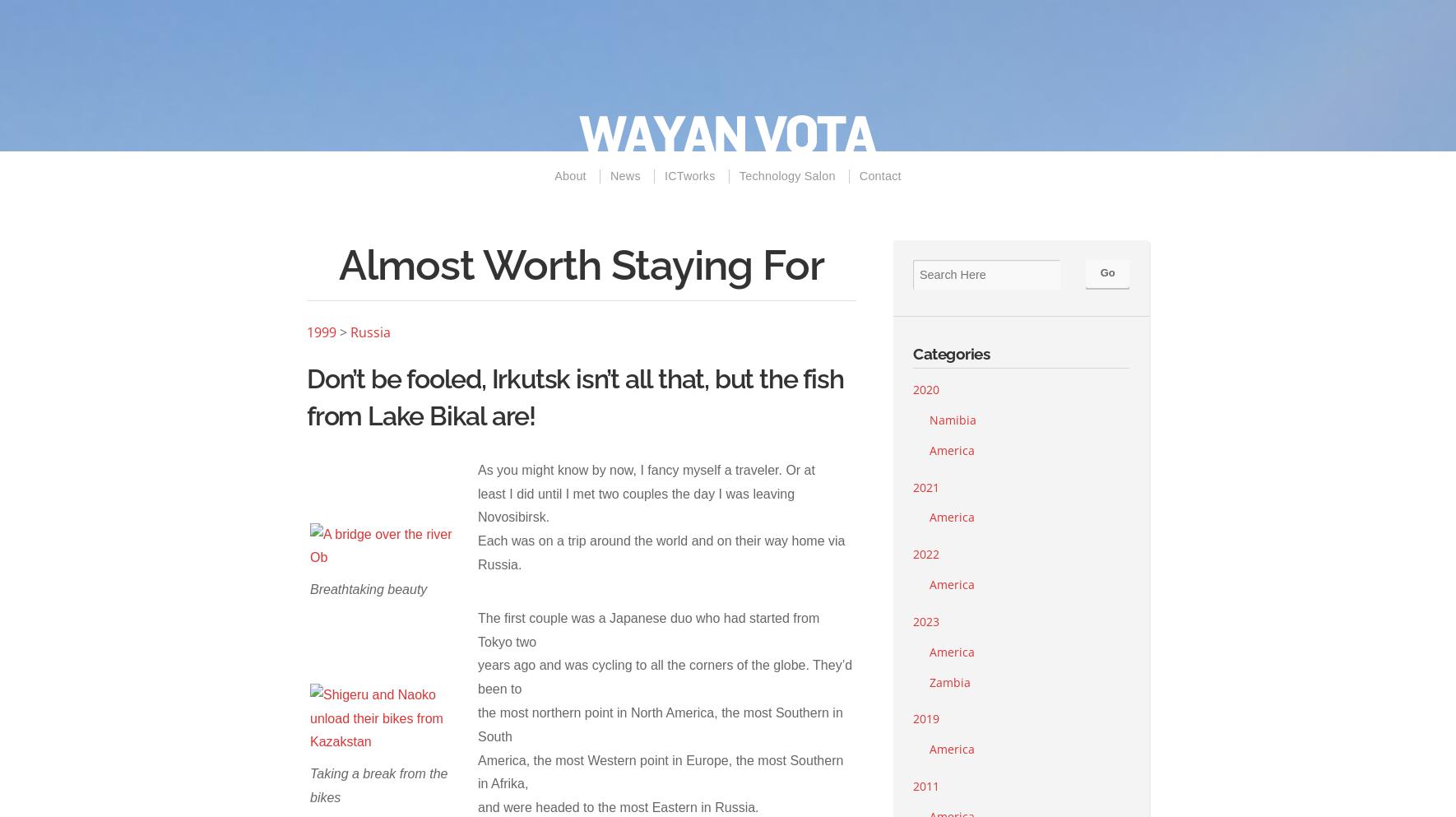 This screenshot has height=817, width=1456. I want to click on '2019', so click(912, 717).